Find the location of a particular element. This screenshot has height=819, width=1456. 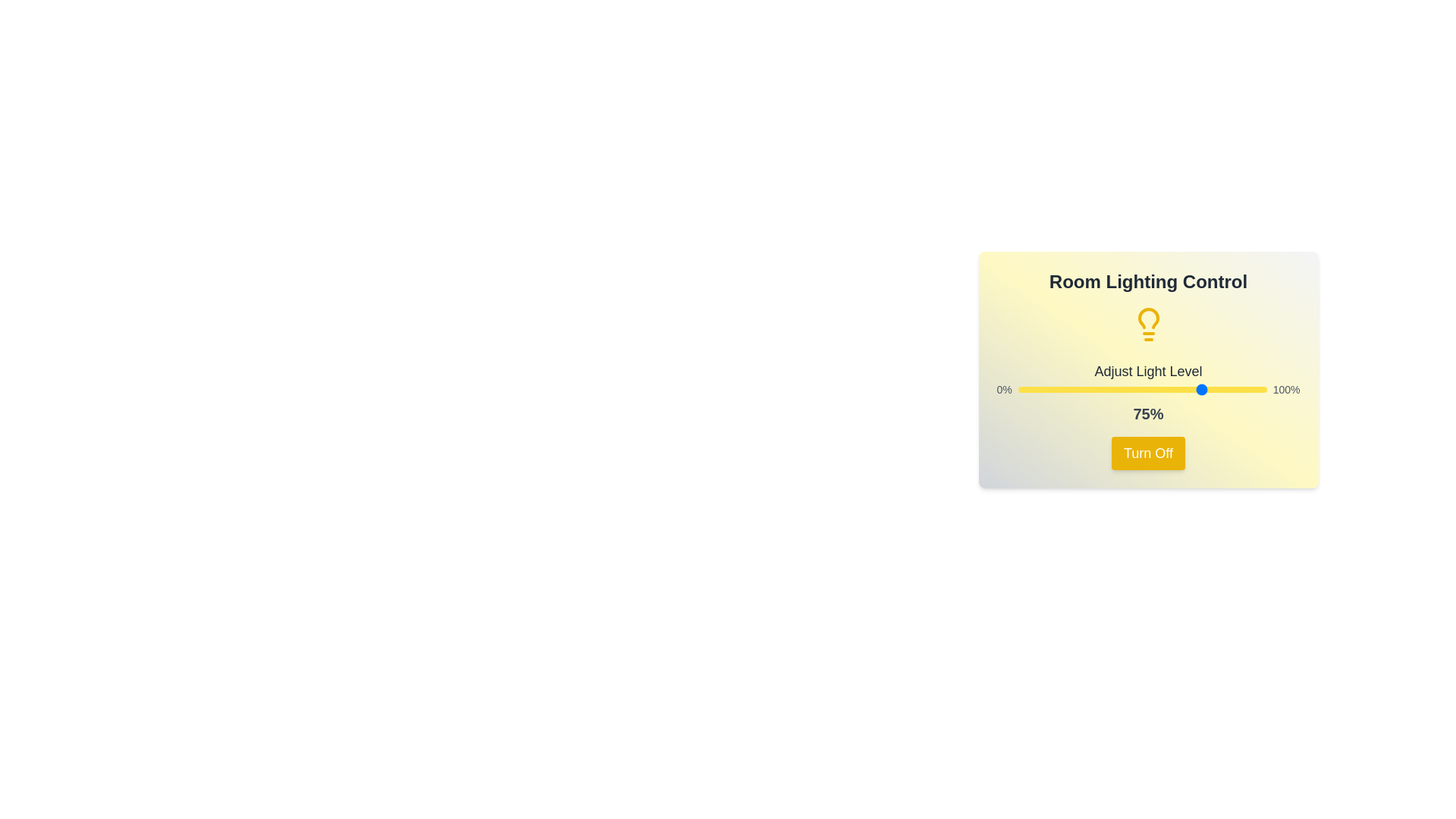

the light level to 18% by dragging the slider is located at coordinates (1062, 388).